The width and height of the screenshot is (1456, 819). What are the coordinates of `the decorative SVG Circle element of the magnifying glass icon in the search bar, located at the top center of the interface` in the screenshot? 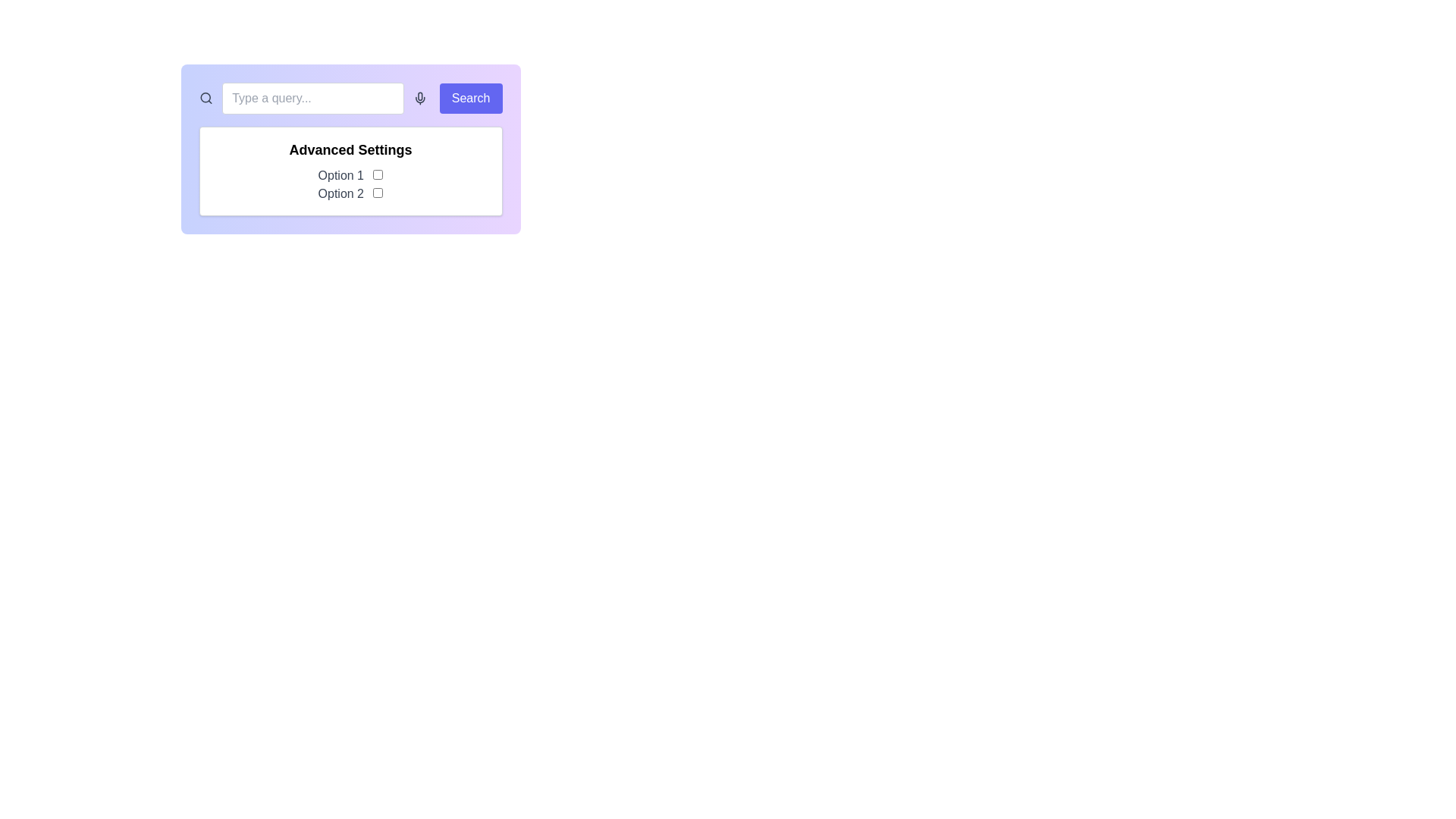 It's located at (205, 98).